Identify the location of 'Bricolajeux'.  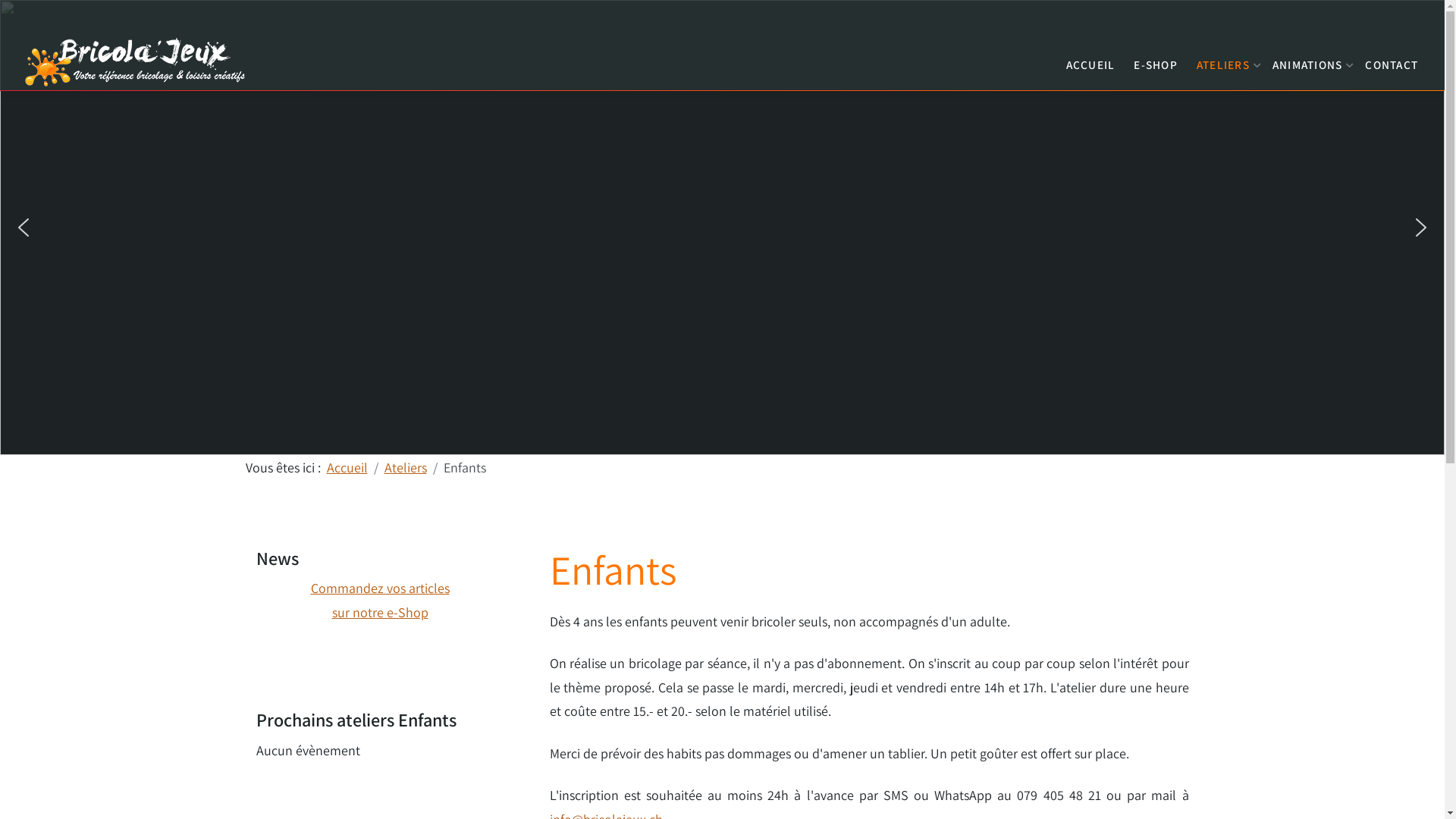
(136, 59).